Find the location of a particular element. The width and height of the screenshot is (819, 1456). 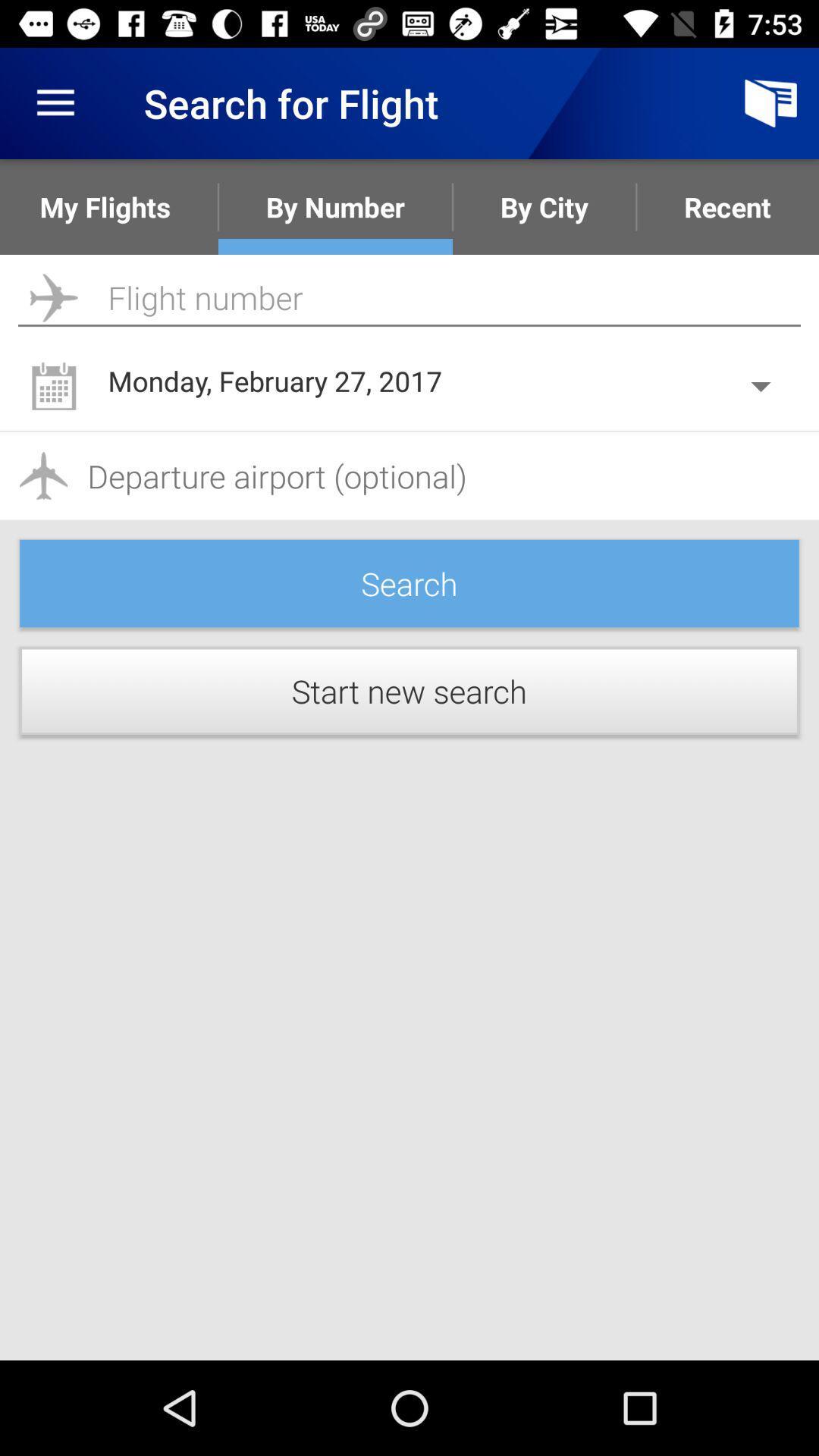

optional departure airport is located at coordinates (409, 475).